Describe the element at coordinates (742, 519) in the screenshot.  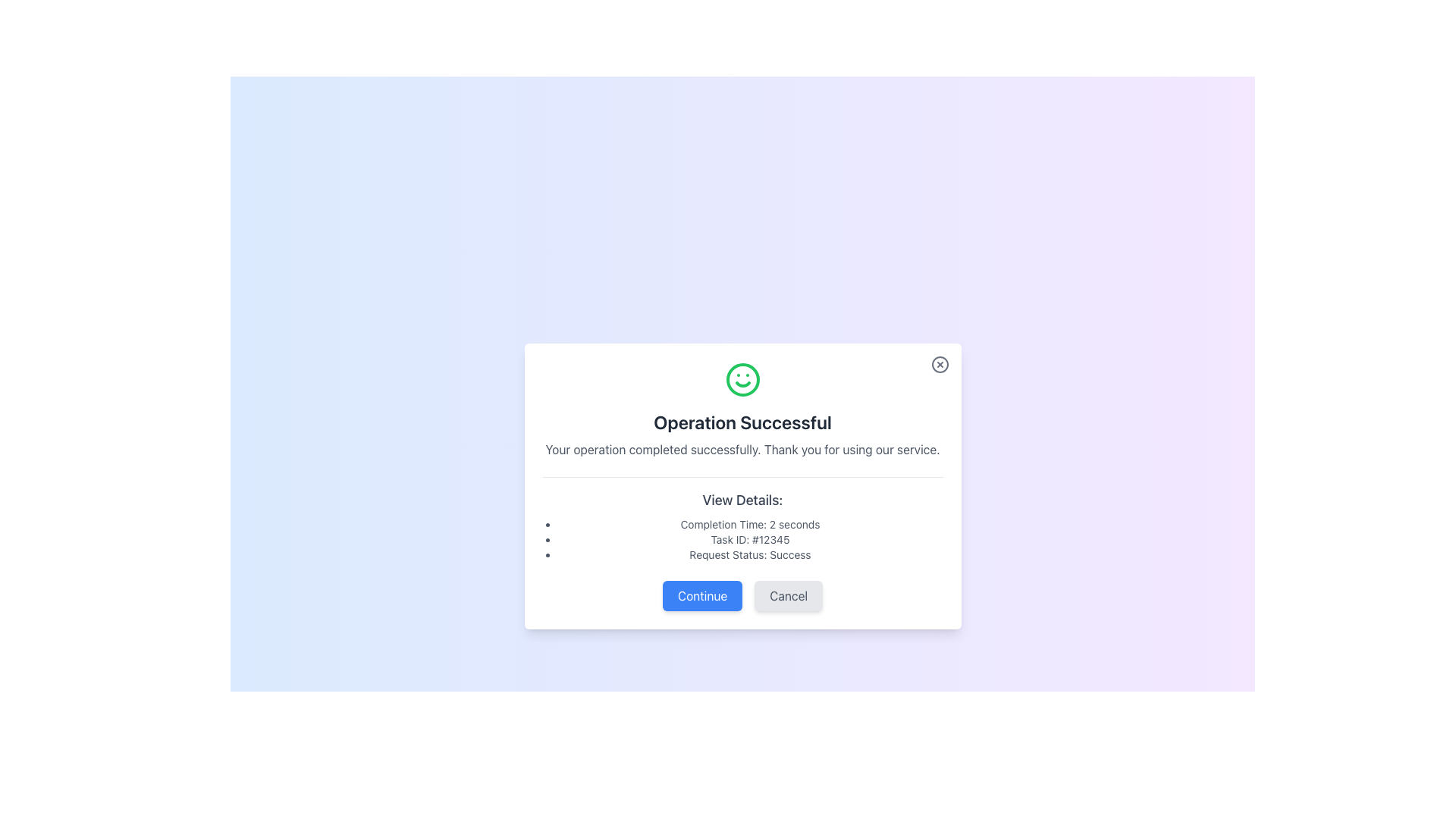
I see `information displayed in the textual display area of the 'Operation Successful' dialog box, located below the success message and above the action buttons` at that location.